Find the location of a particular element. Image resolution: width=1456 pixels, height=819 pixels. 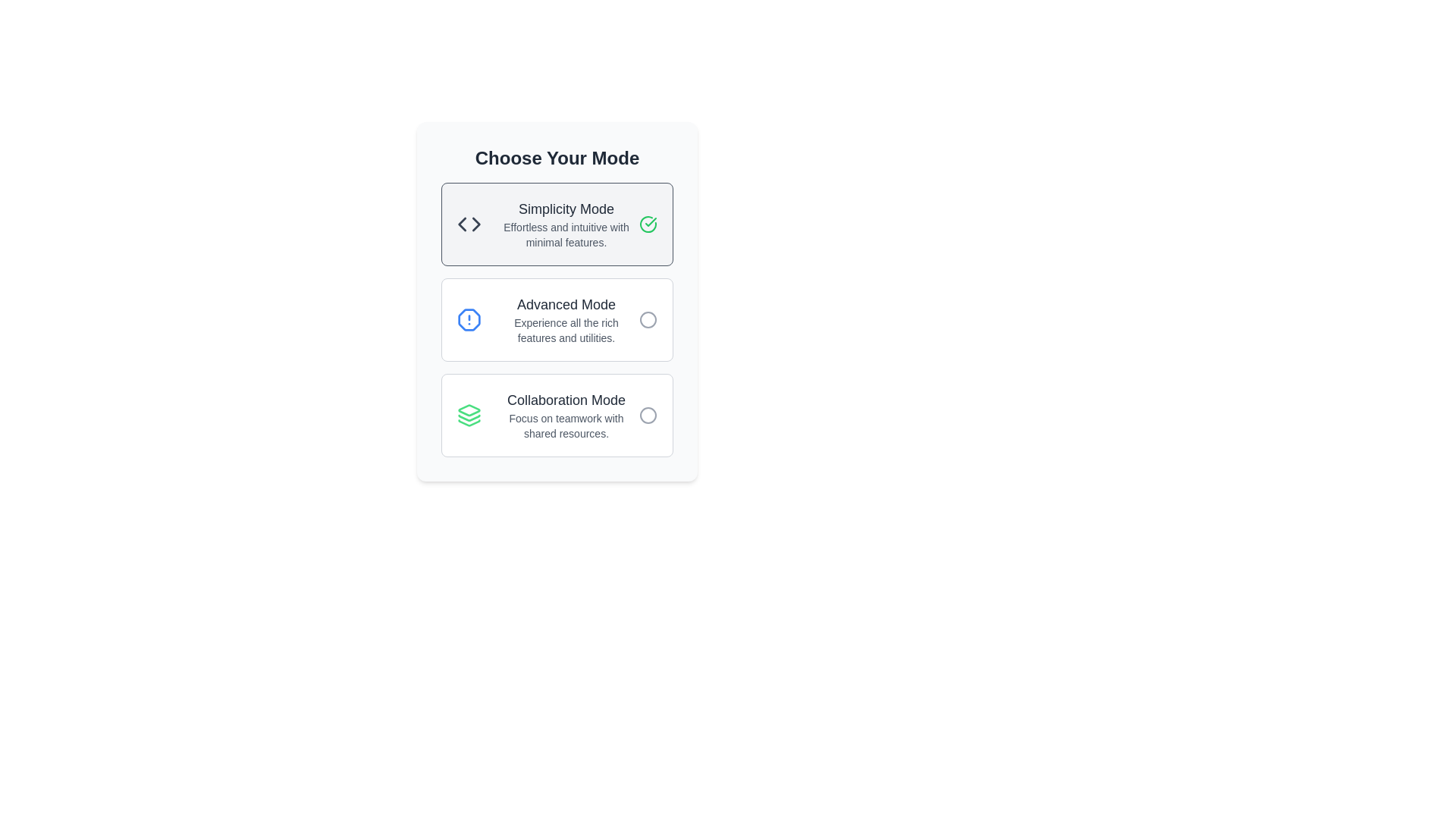

the Icon component (SVG circle) next to the 'Collaboration Mode' label, which serves as a visual cue is located at coordinates (648, 415).